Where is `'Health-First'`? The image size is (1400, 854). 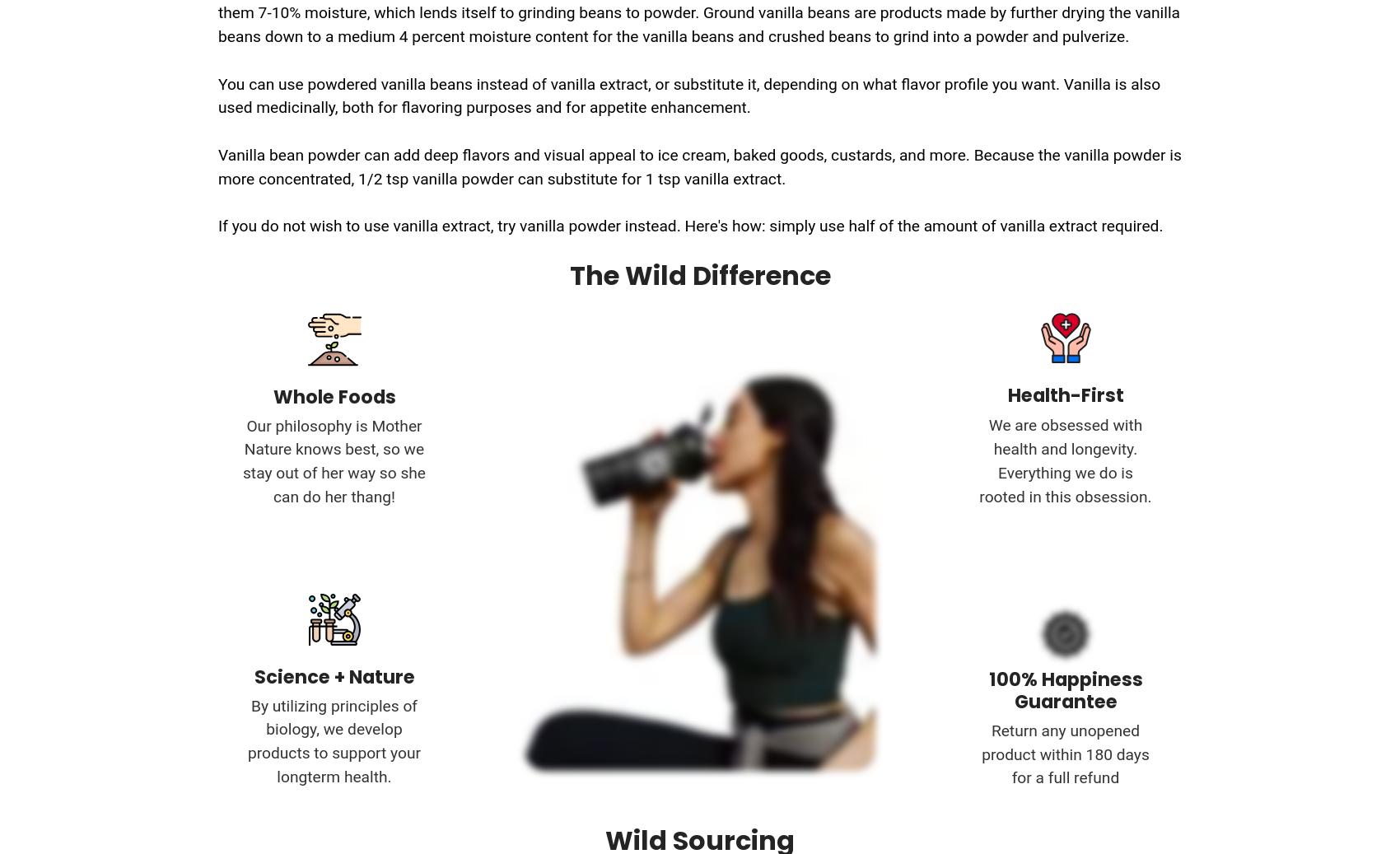 'Health-First' is located at coordinates (1065, 394).